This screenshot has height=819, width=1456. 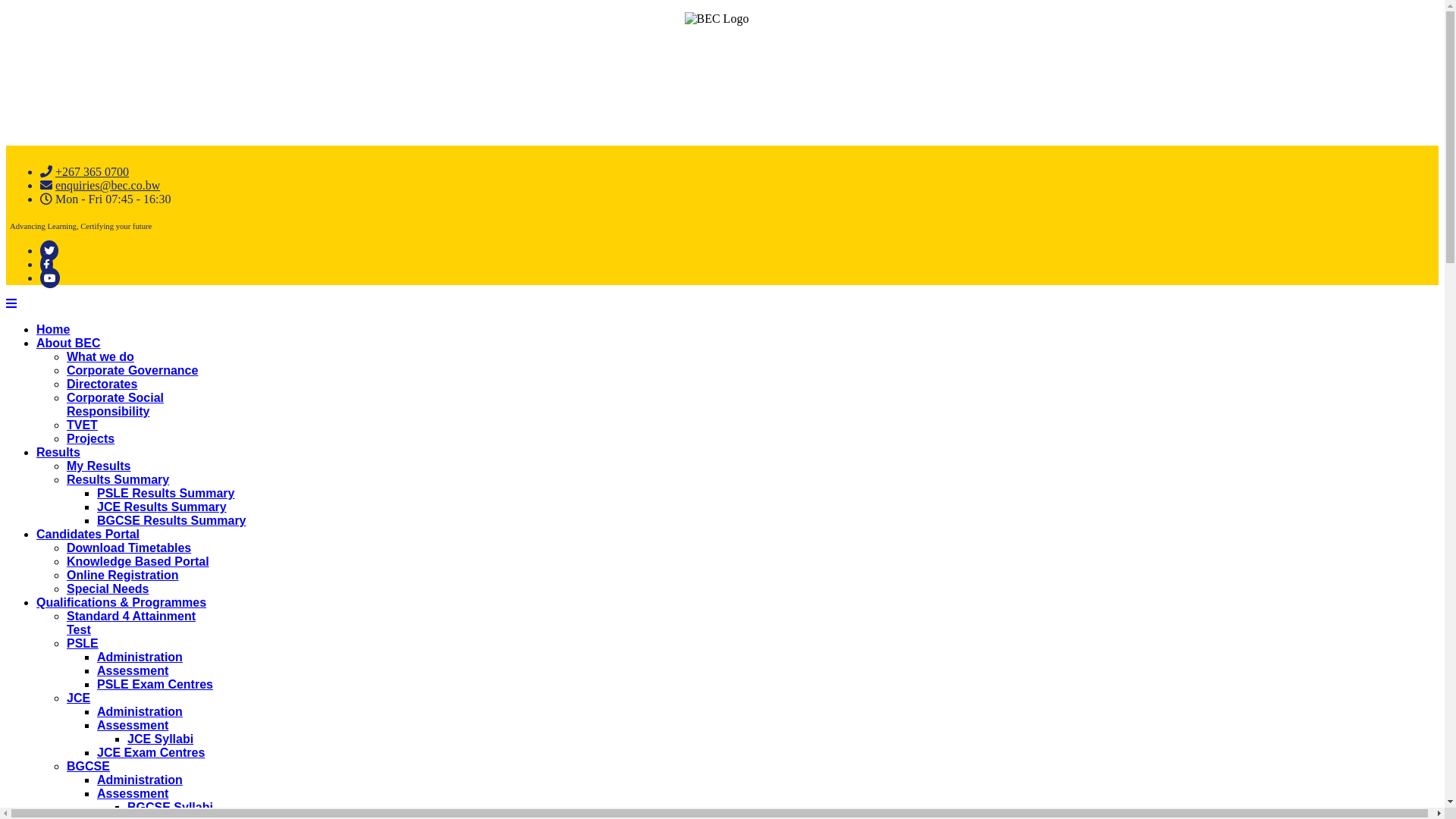 I want to click on 'JCE Syllabi', so click(x=160, y=738).